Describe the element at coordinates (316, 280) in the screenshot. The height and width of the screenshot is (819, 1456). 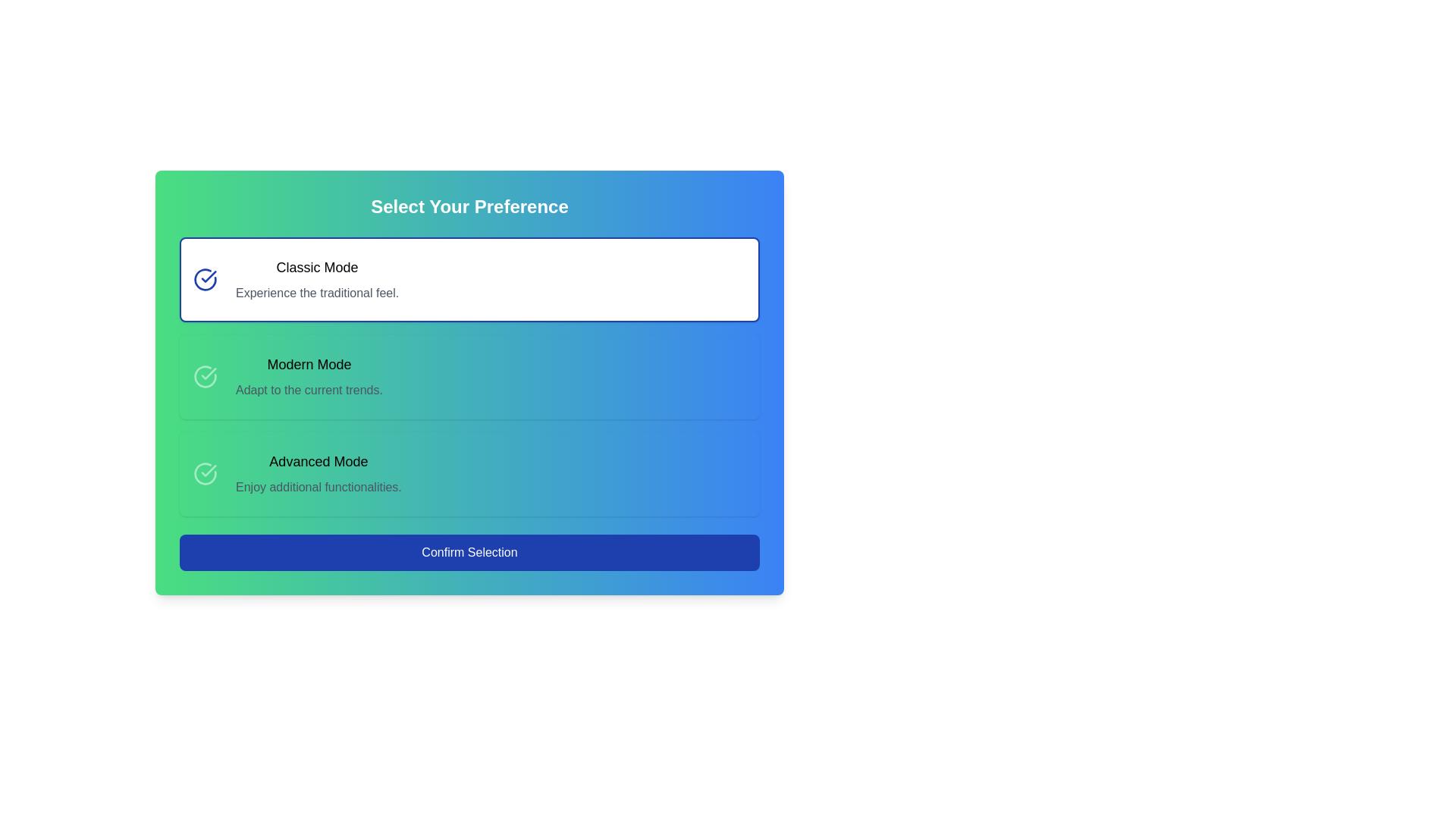
I see `the 'Classic Mode' text-based option description block` at that location.